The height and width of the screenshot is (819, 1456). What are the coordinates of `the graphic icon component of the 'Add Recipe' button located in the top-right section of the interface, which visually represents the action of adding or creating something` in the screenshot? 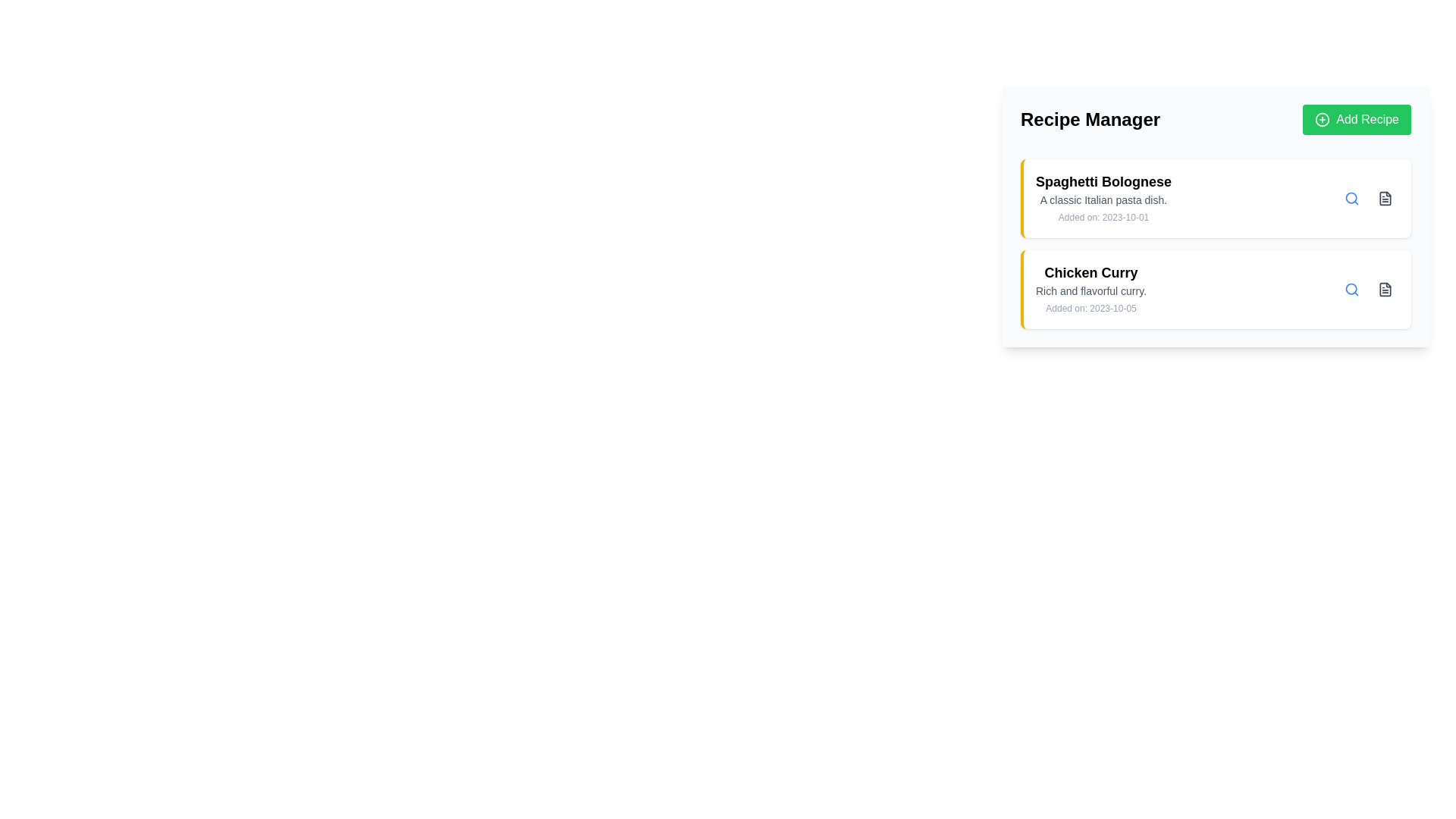 It's located at (1322, 119).